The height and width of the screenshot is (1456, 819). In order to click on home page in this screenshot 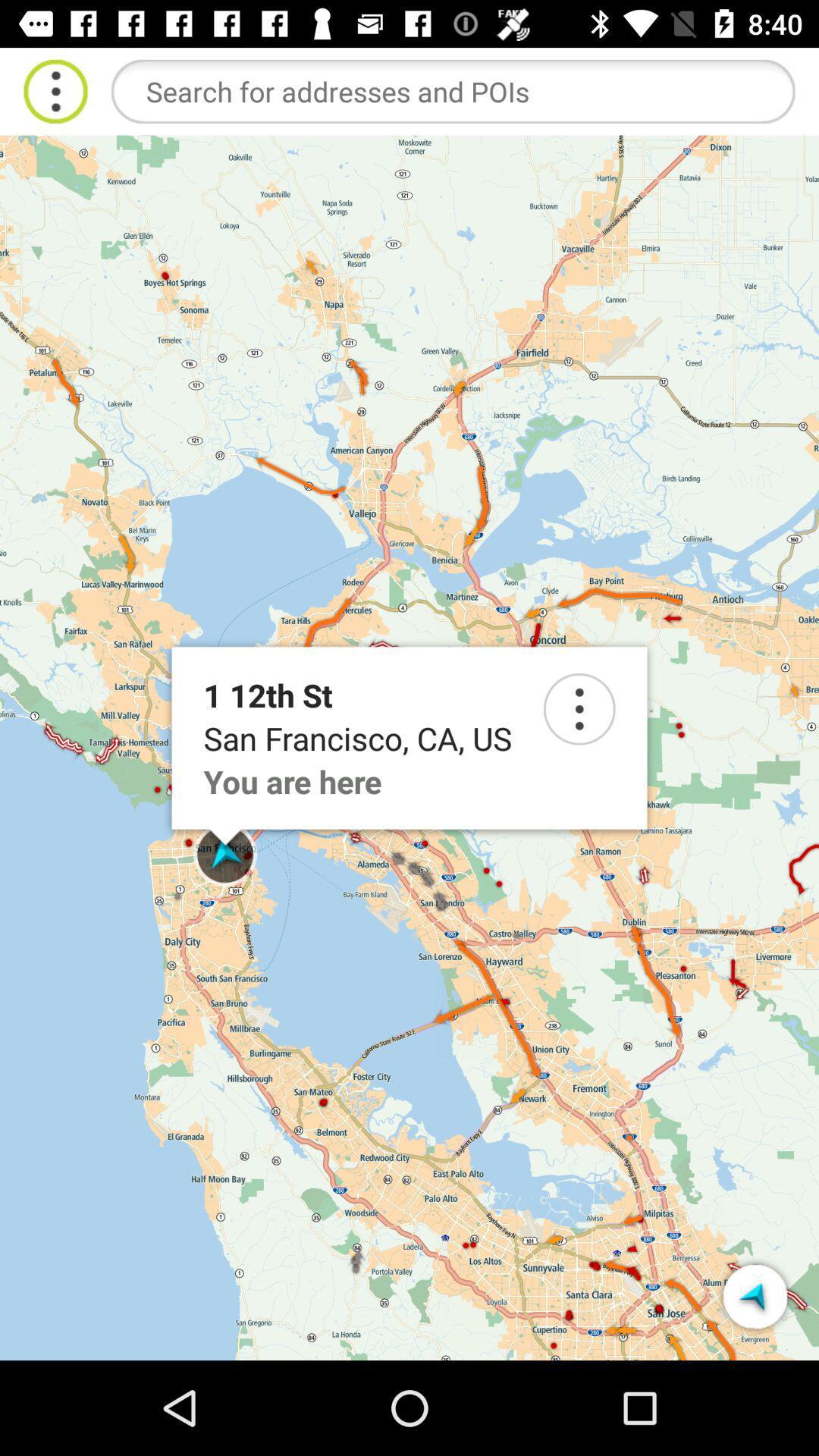, I will do `click(55, 90)`.